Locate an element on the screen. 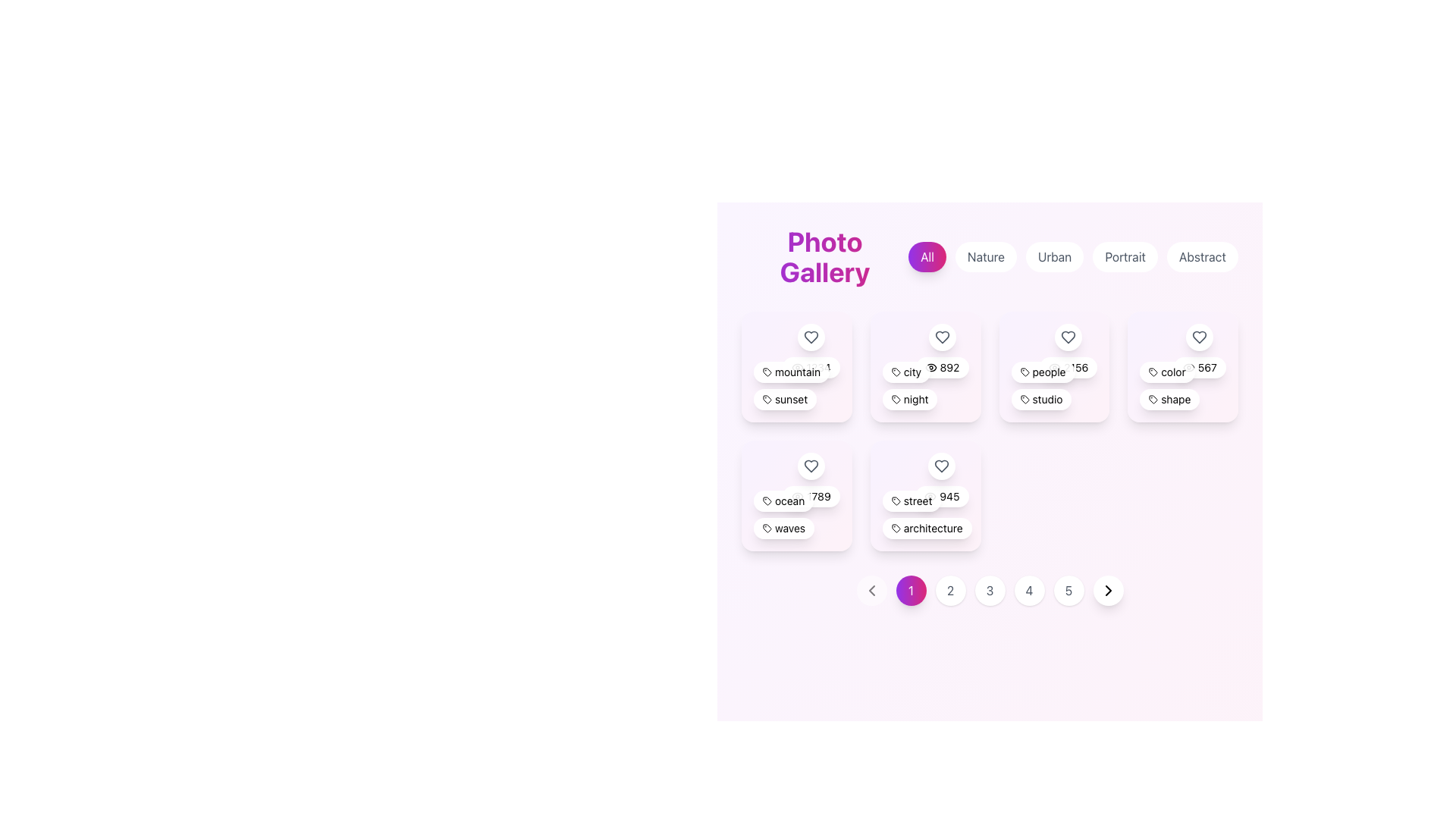 This screenshot has width=1456, height=819. the button in the second row, third column of the grid layout that marks an item as a favorite is located at coordinates (941, 465).